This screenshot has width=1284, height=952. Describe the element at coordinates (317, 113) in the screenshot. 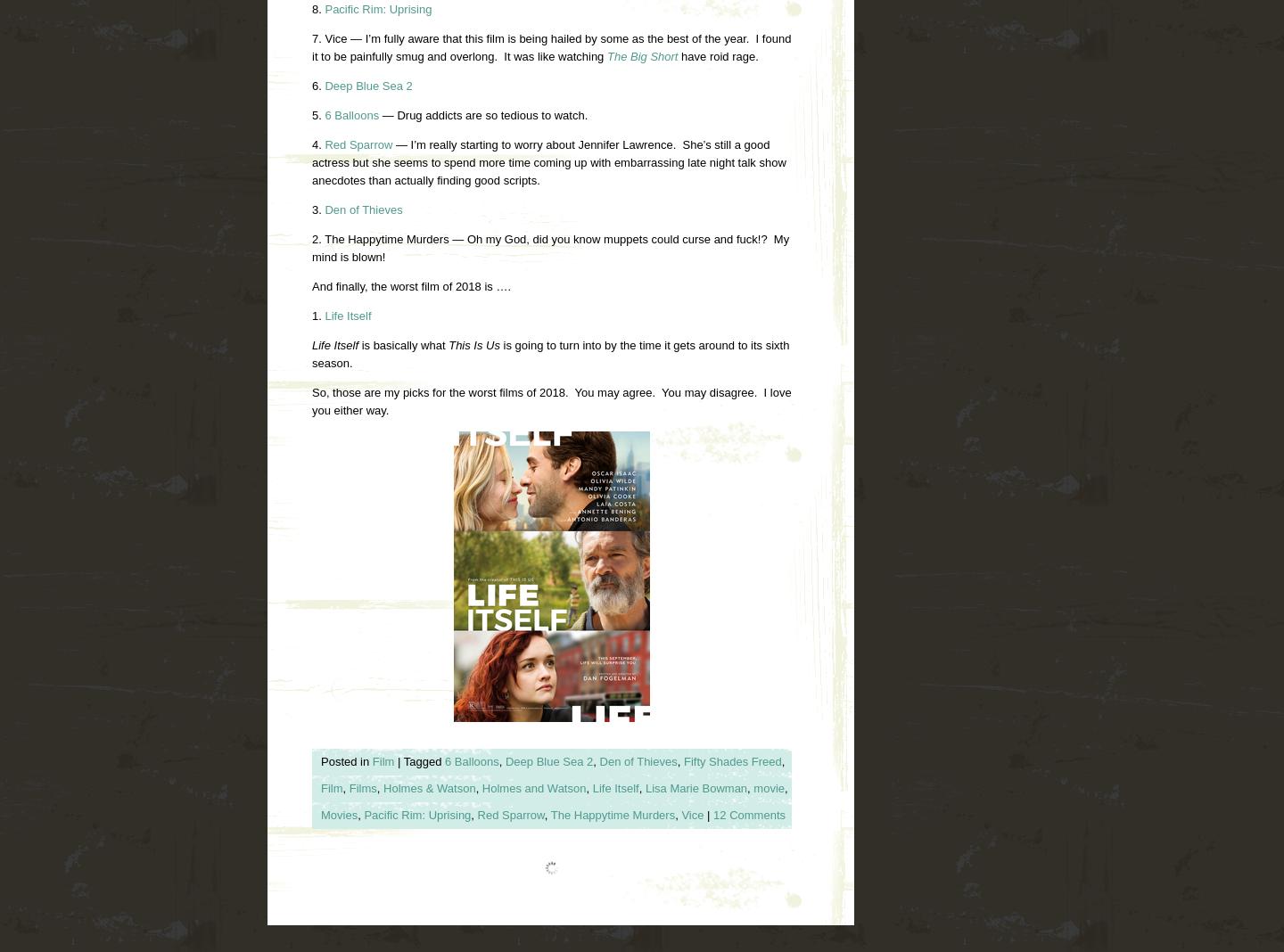

I see `'5.'` at that location.